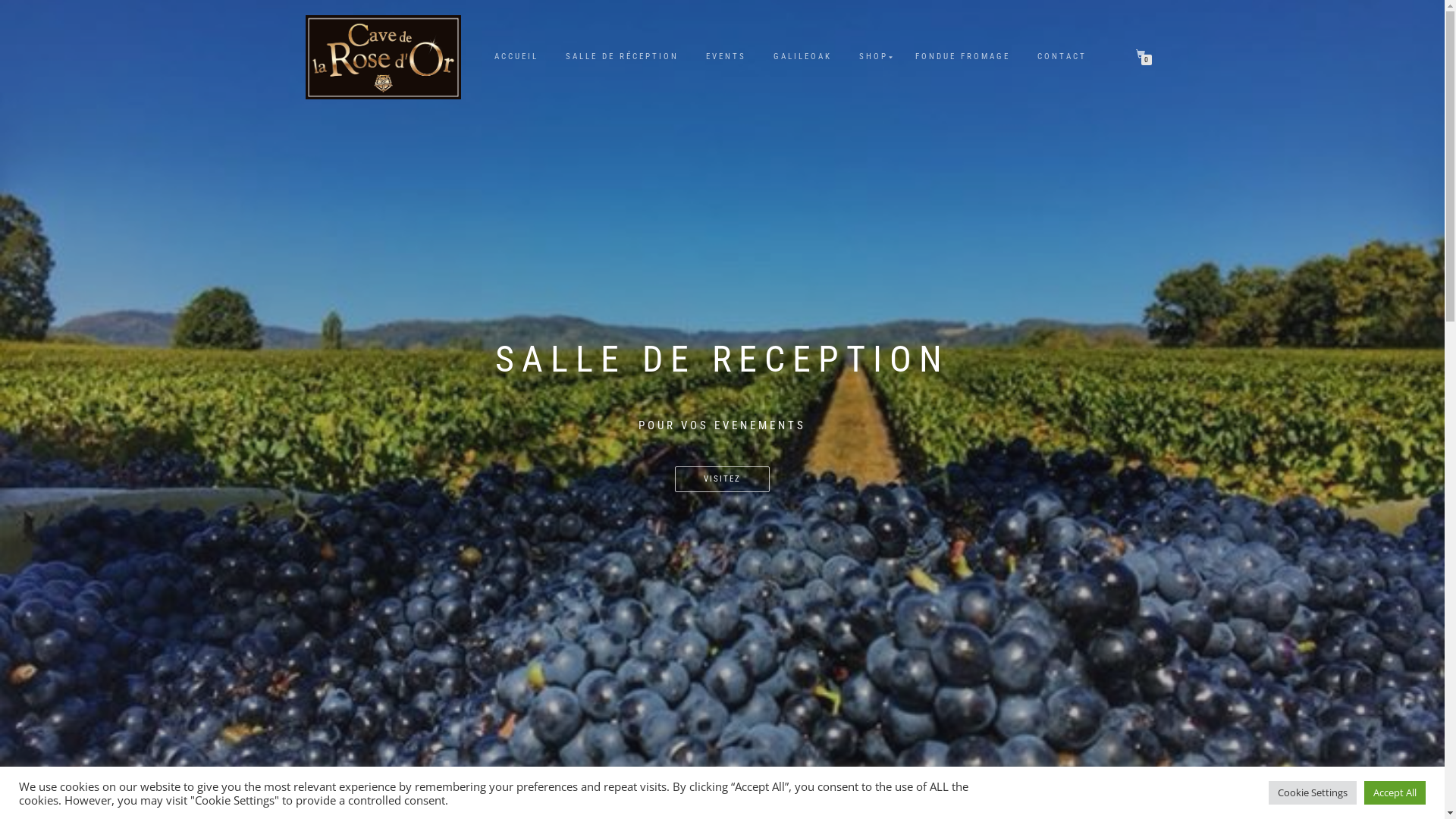  What do you see at coordinates (1025, 55) in the screenshot?
I see `'CONTACT'` at bounding box center [1025, 55].